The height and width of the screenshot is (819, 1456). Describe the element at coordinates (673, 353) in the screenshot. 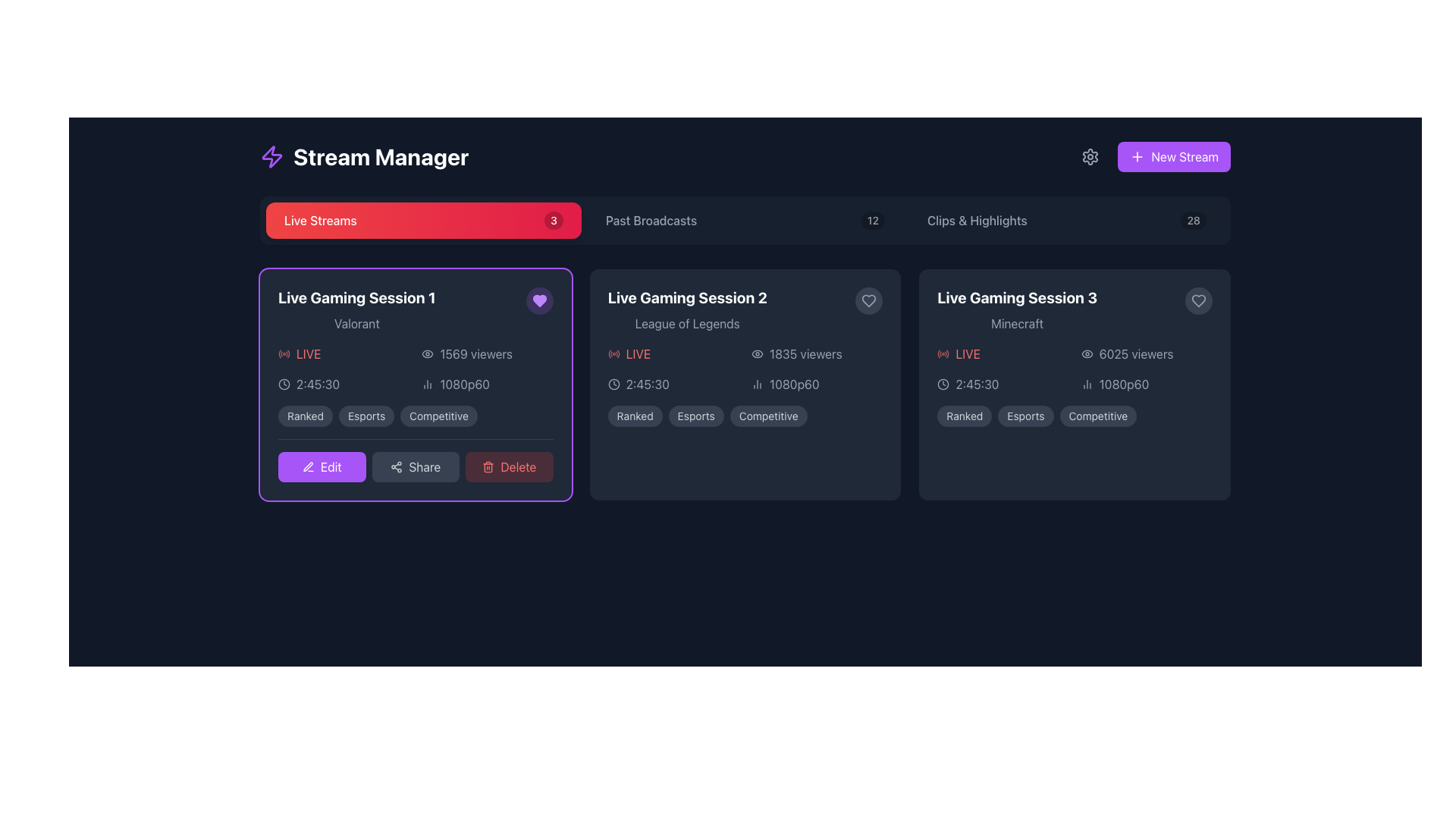

I see `the 'LIVE' text label in bold, uppercase red font, located in the top-left corner of the 'Live Gaming Session 2' card` at that location.